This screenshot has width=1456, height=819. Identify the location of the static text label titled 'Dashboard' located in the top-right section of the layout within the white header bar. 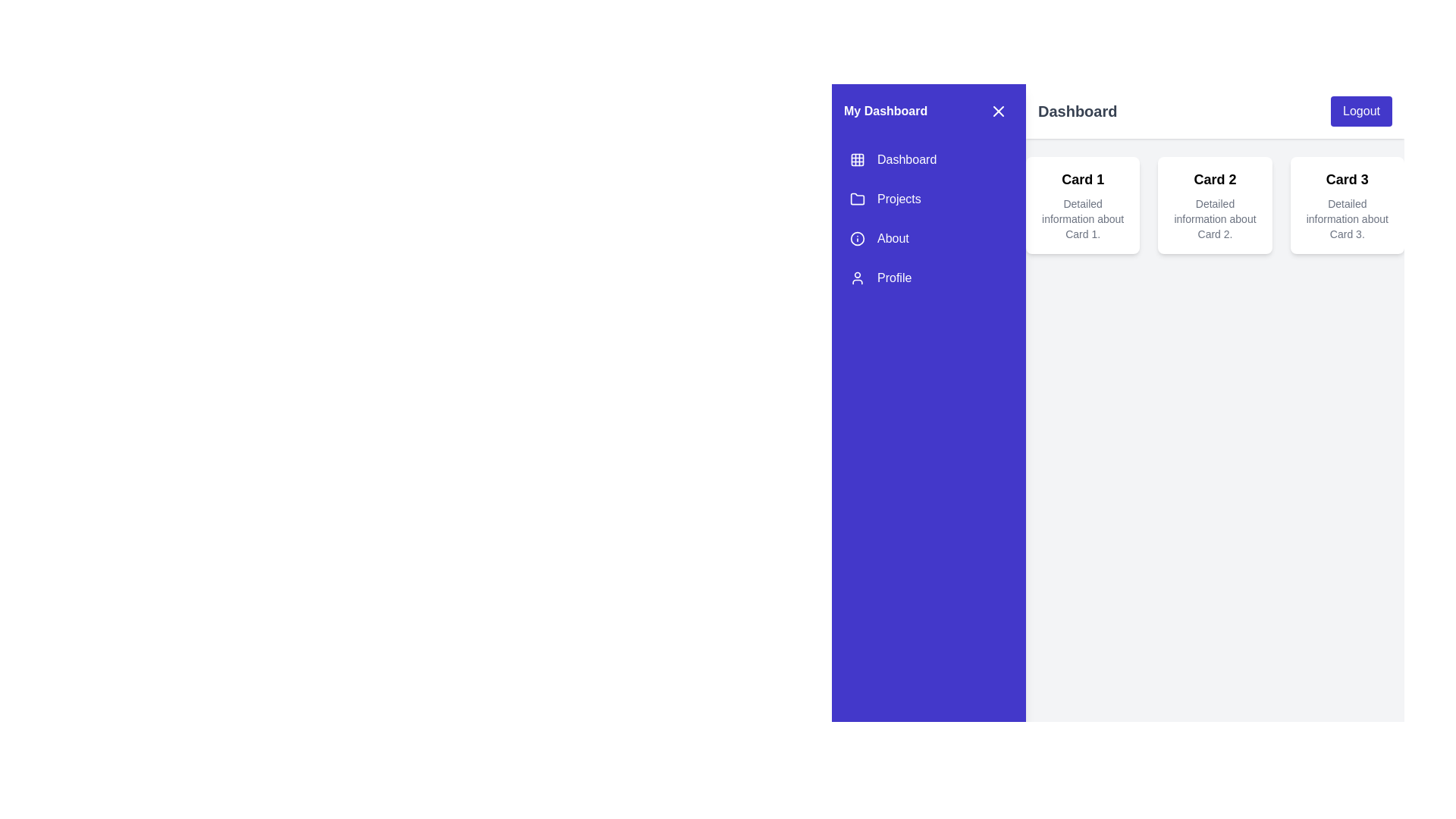
(1077, 110).